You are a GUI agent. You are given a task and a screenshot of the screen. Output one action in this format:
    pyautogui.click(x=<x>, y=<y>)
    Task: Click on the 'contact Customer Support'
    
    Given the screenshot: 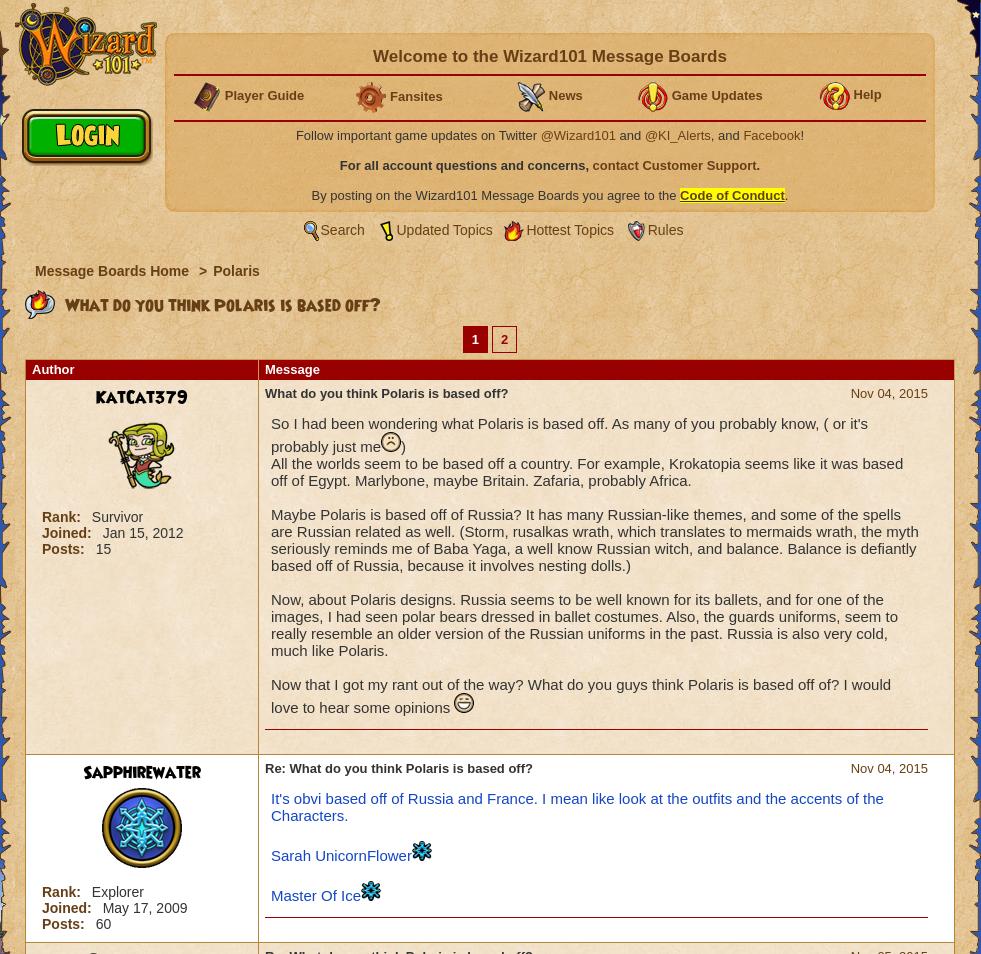 What is the action you would take?
    pyautogui.click(x=674, y=164)
    